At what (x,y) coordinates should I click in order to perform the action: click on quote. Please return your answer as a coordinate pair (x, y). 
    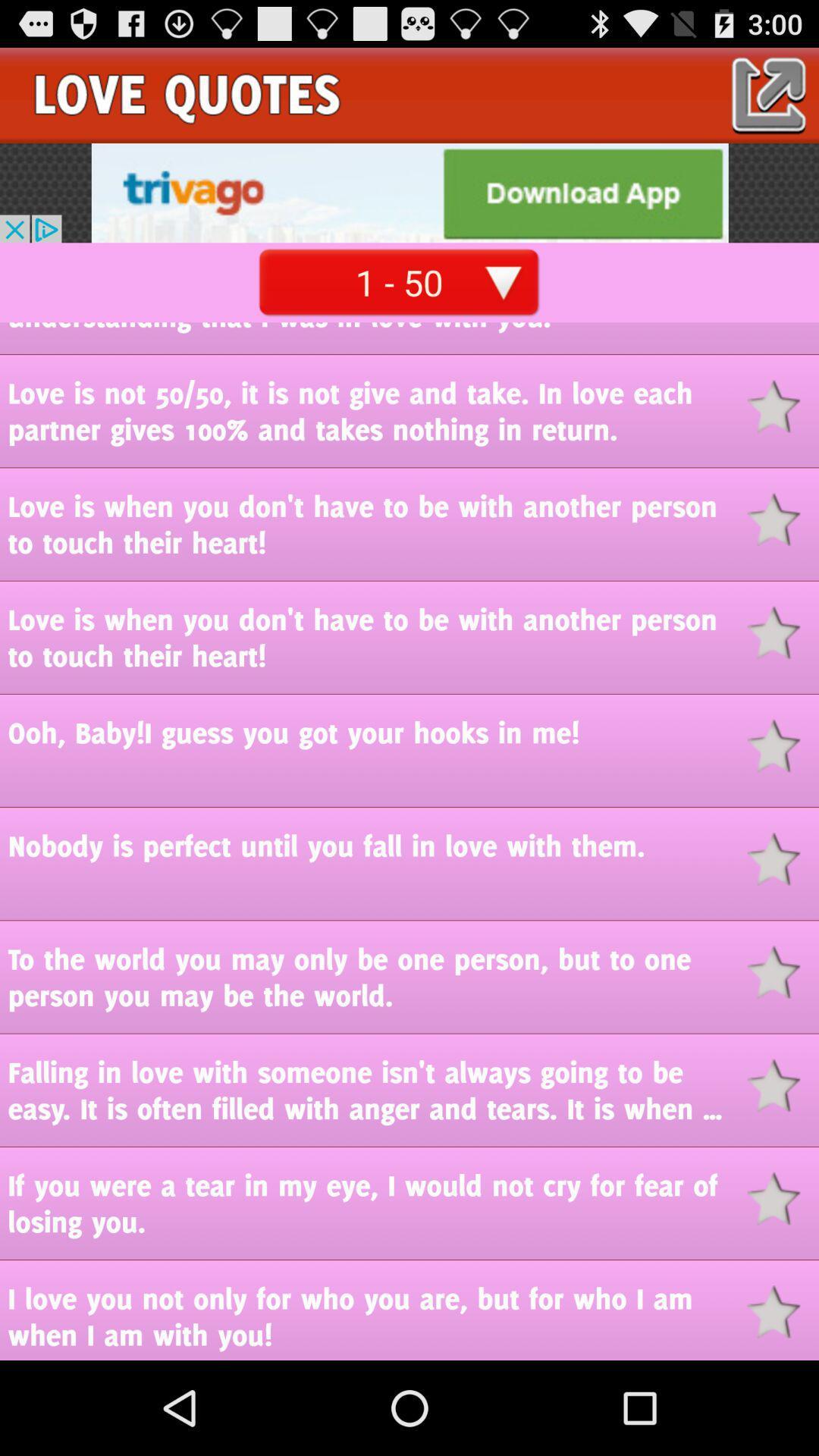
    Looking at the image, I should click on (783, 632).